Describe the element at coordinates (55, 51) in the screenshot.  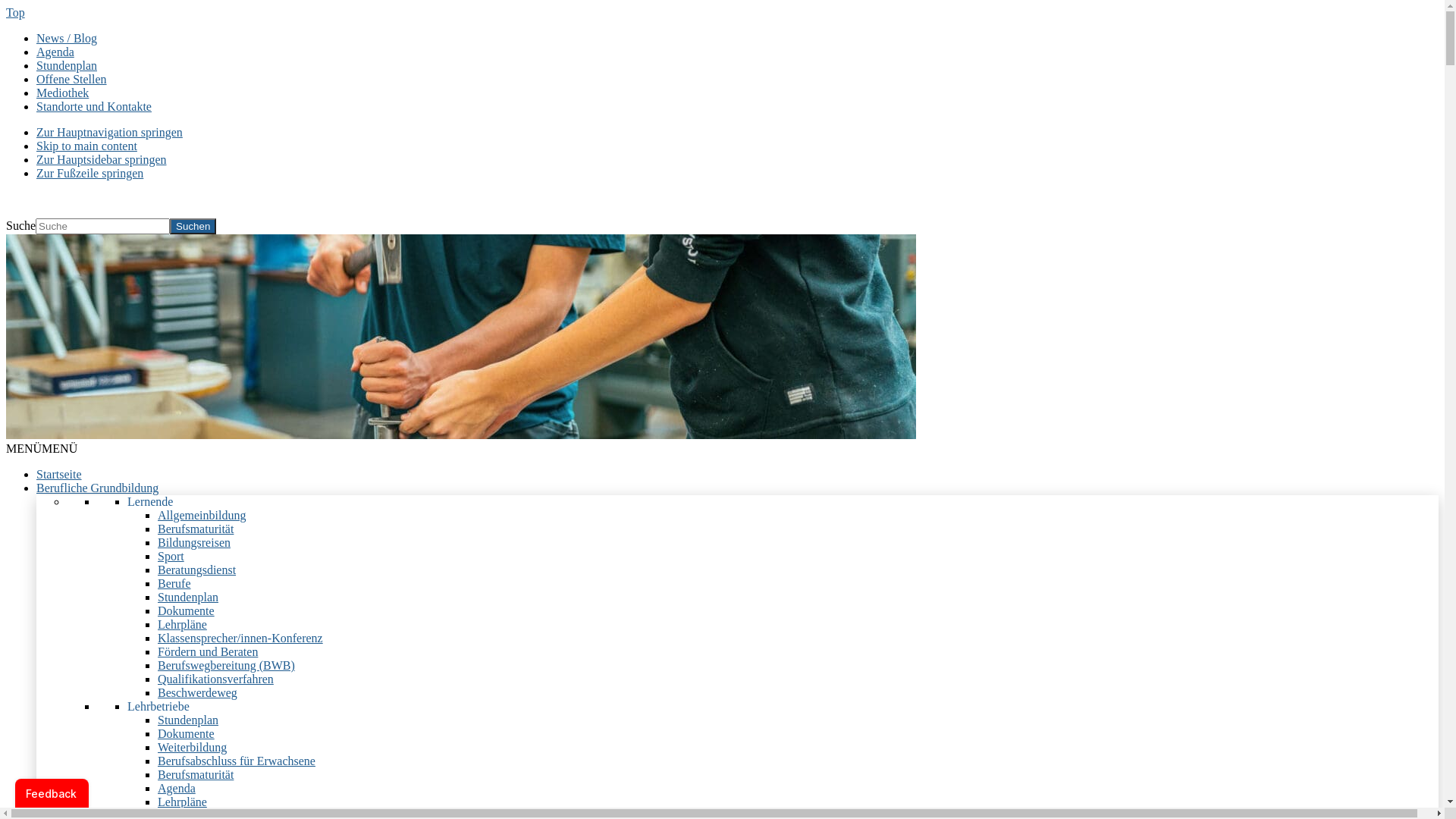
I see `'Agenda'` at that location.